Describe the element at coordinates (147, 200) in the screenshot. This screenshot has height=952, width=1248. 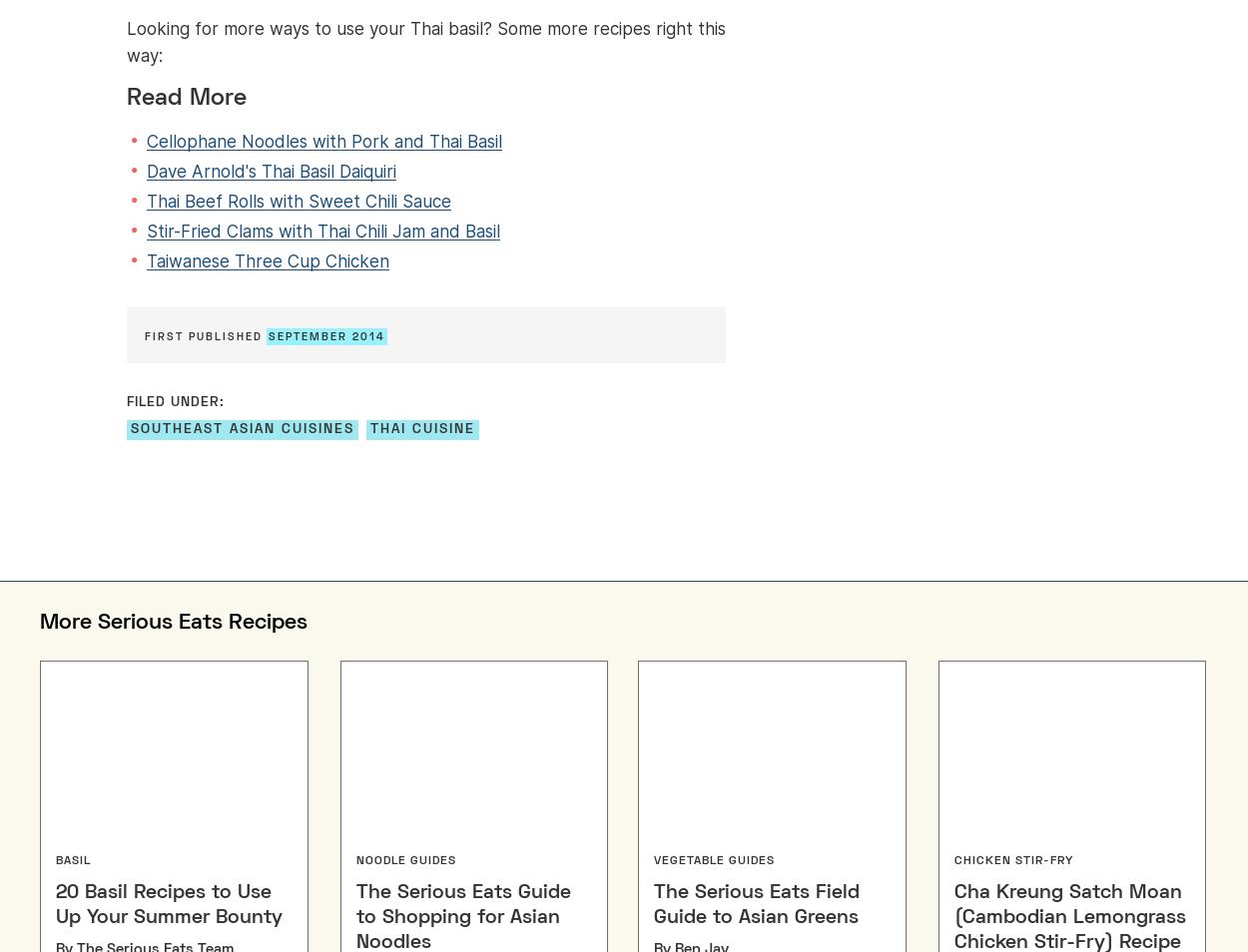
I see `'Thai Beef Rolls with Sweet Chili Sauce'` at that location.